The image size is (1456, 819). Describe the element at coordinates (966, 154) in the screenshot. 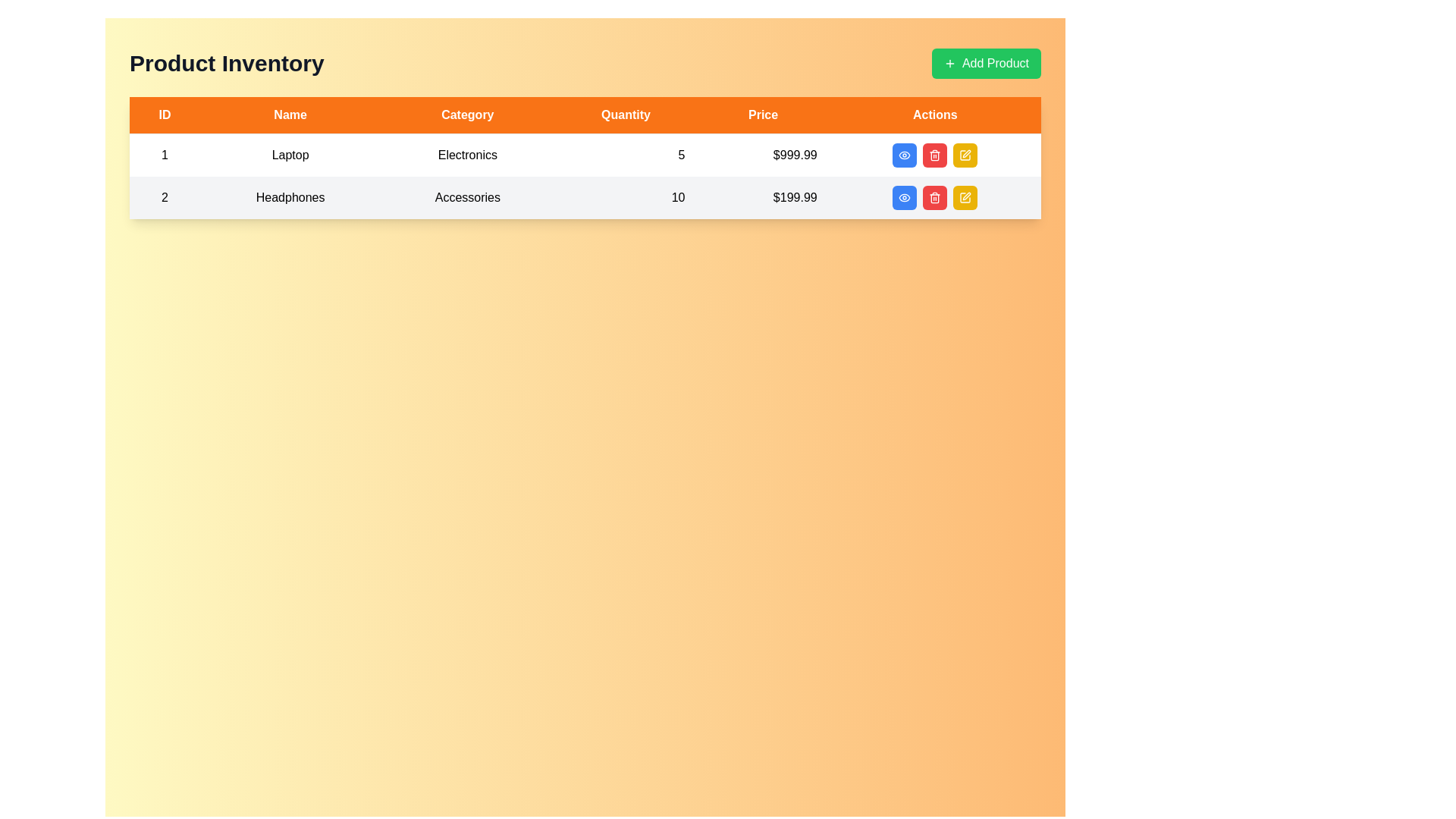

I see `the small yellow pencil icon in the actions column of the second row of the table` at that location.